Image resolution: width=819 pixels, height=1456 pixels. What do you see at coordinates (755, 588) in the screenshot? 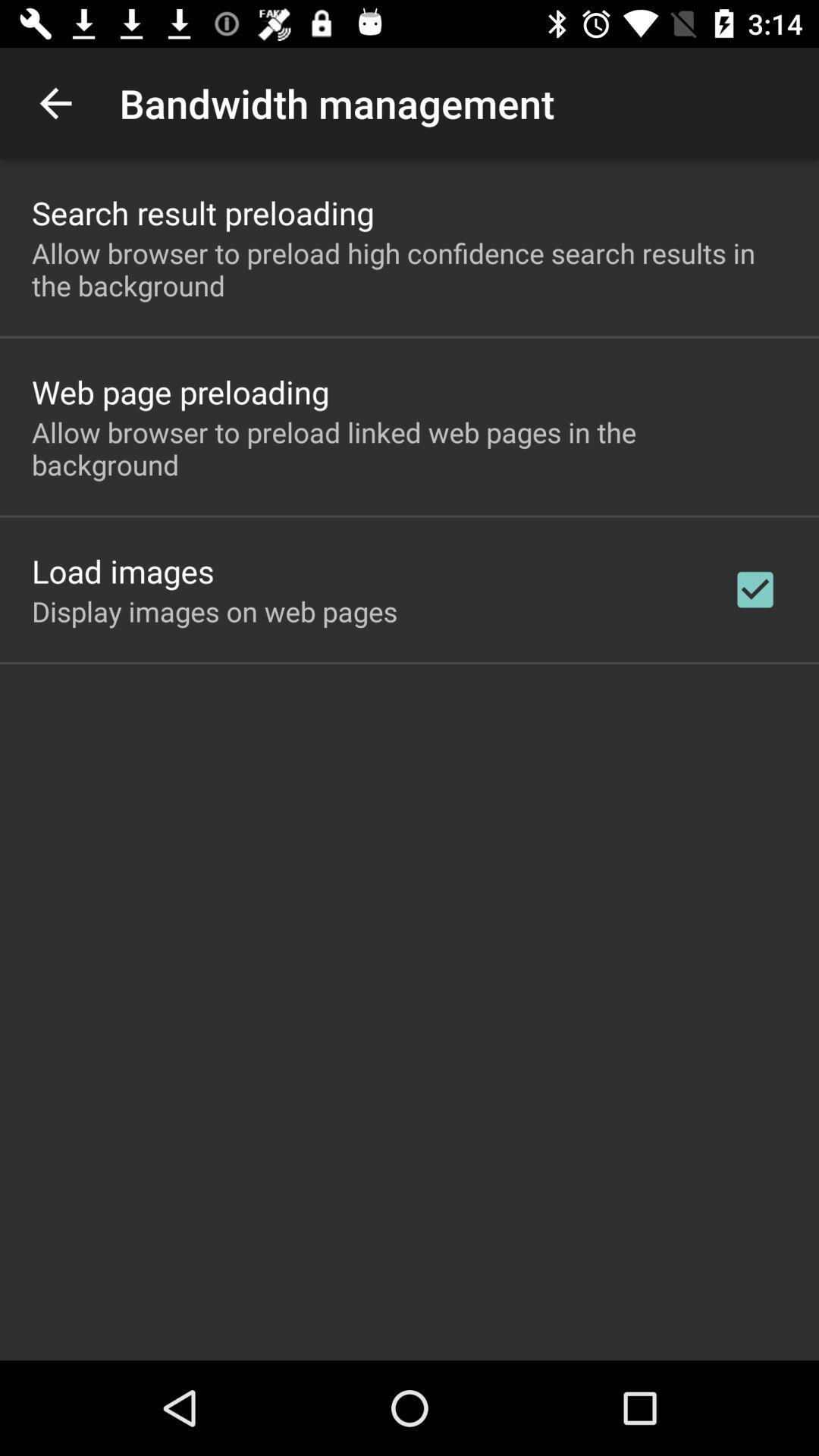
I see `the item below the allow browser to` at bounding box center [755, 588].